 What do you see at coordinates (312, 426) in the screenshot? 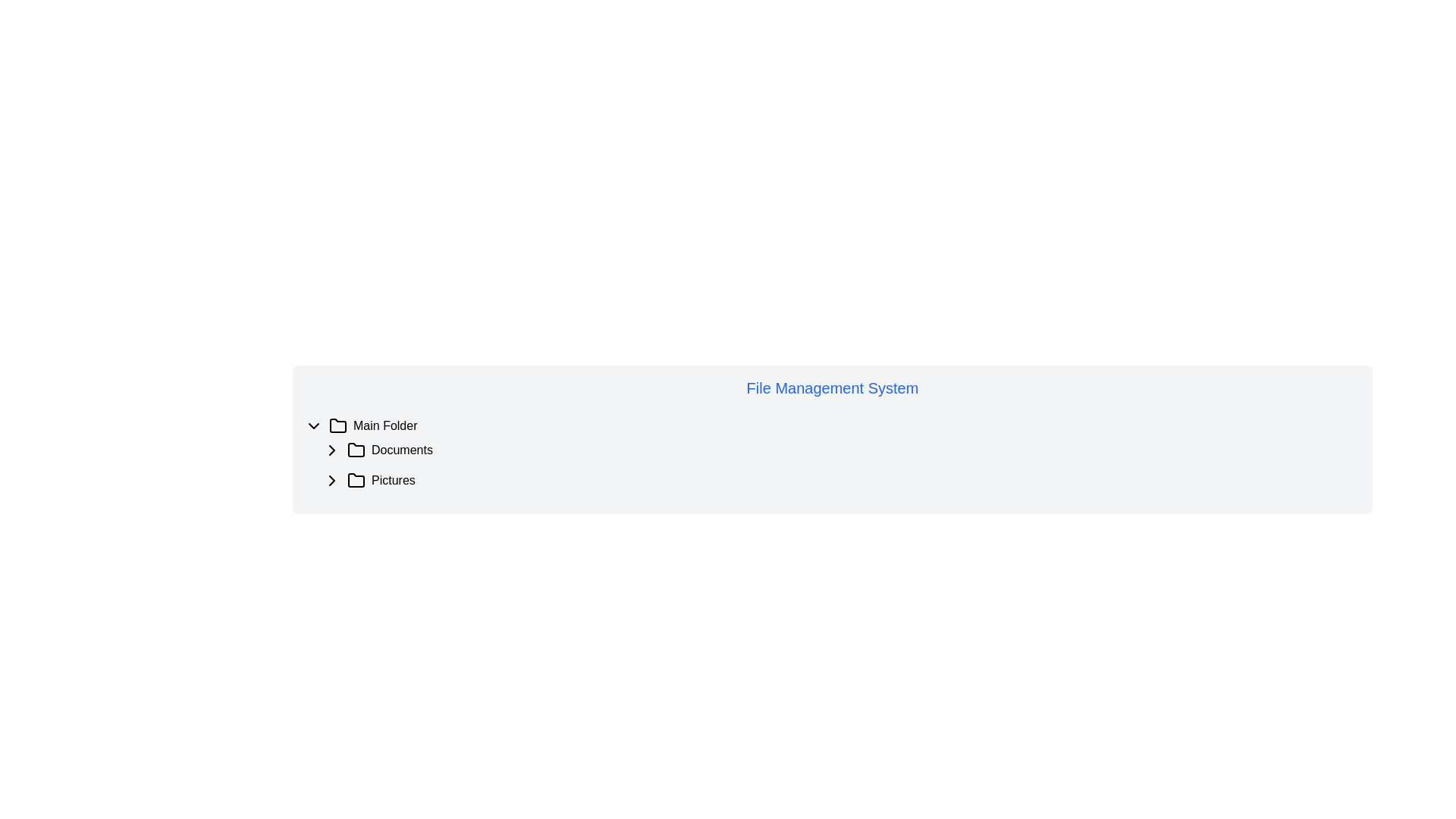
I see `the Toggle/Expander Icon for the 'Main Folder'` at bounding box center [312, 426].